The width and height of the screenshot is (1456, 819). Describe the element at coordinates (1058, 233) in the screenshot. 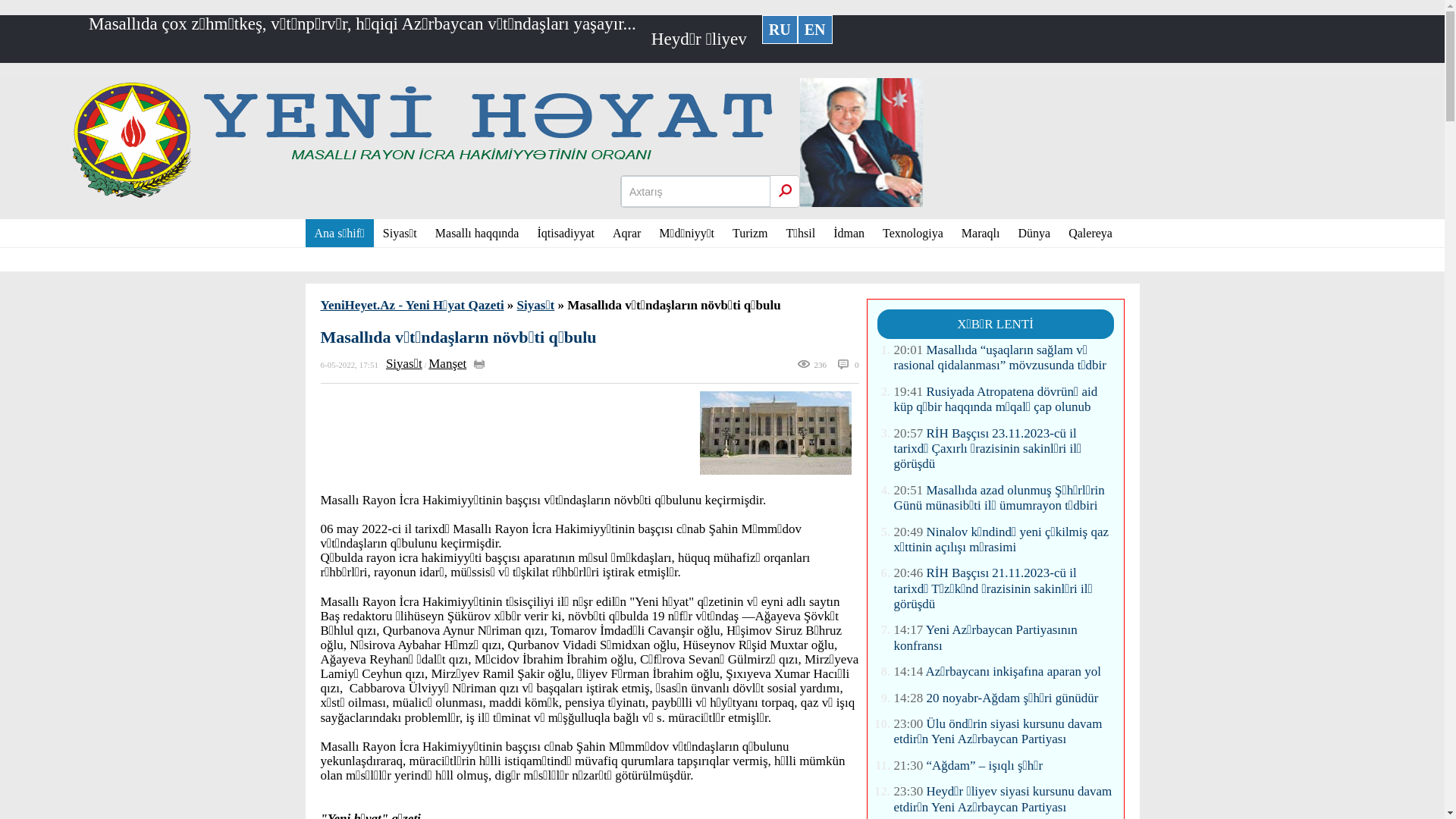

I see `'Qalereya'` at that location.